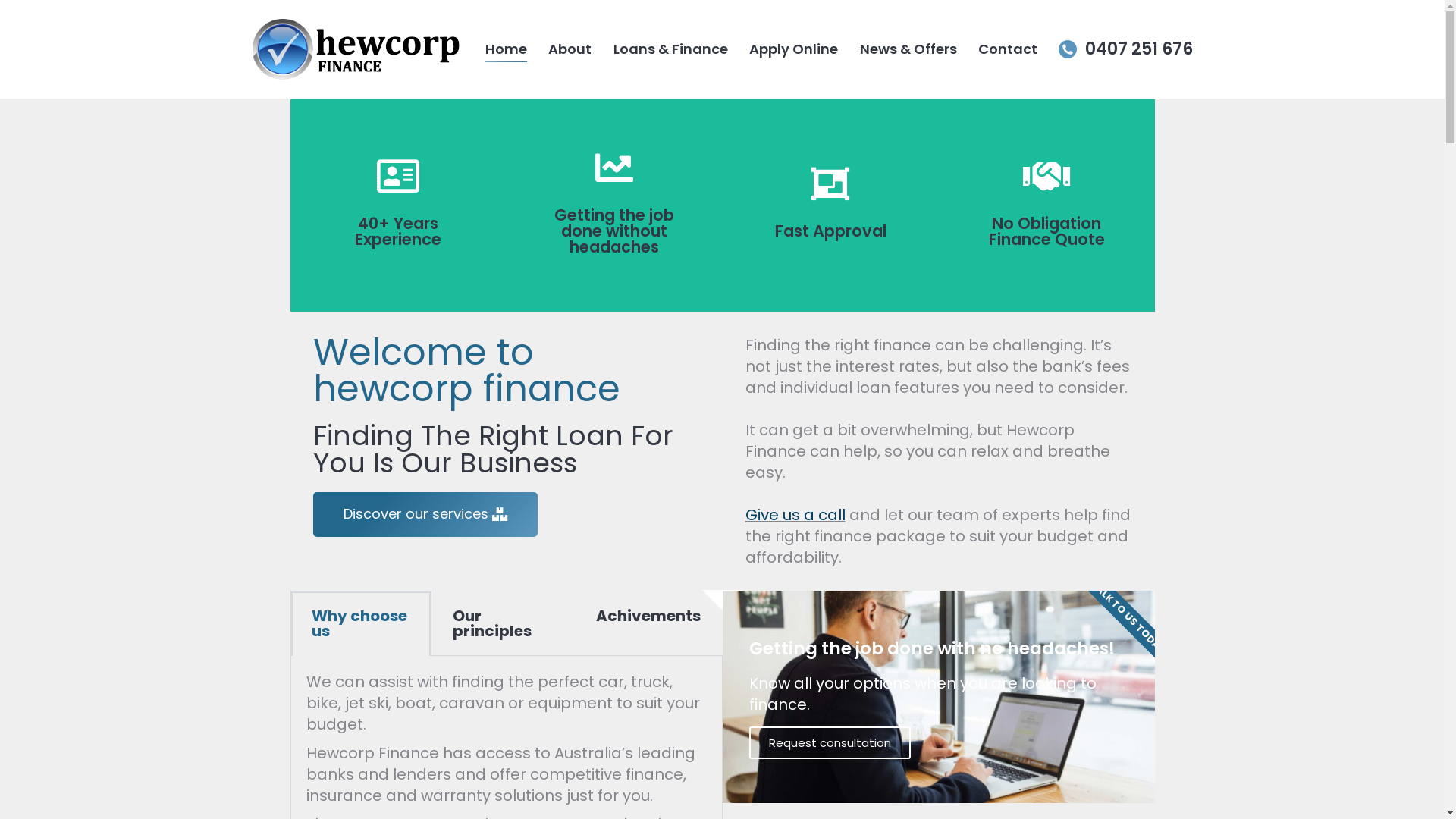  What do you see at coordinates (978, 49) in the screenshot?
I see `'Contact'` at bounding box center [978, 49].